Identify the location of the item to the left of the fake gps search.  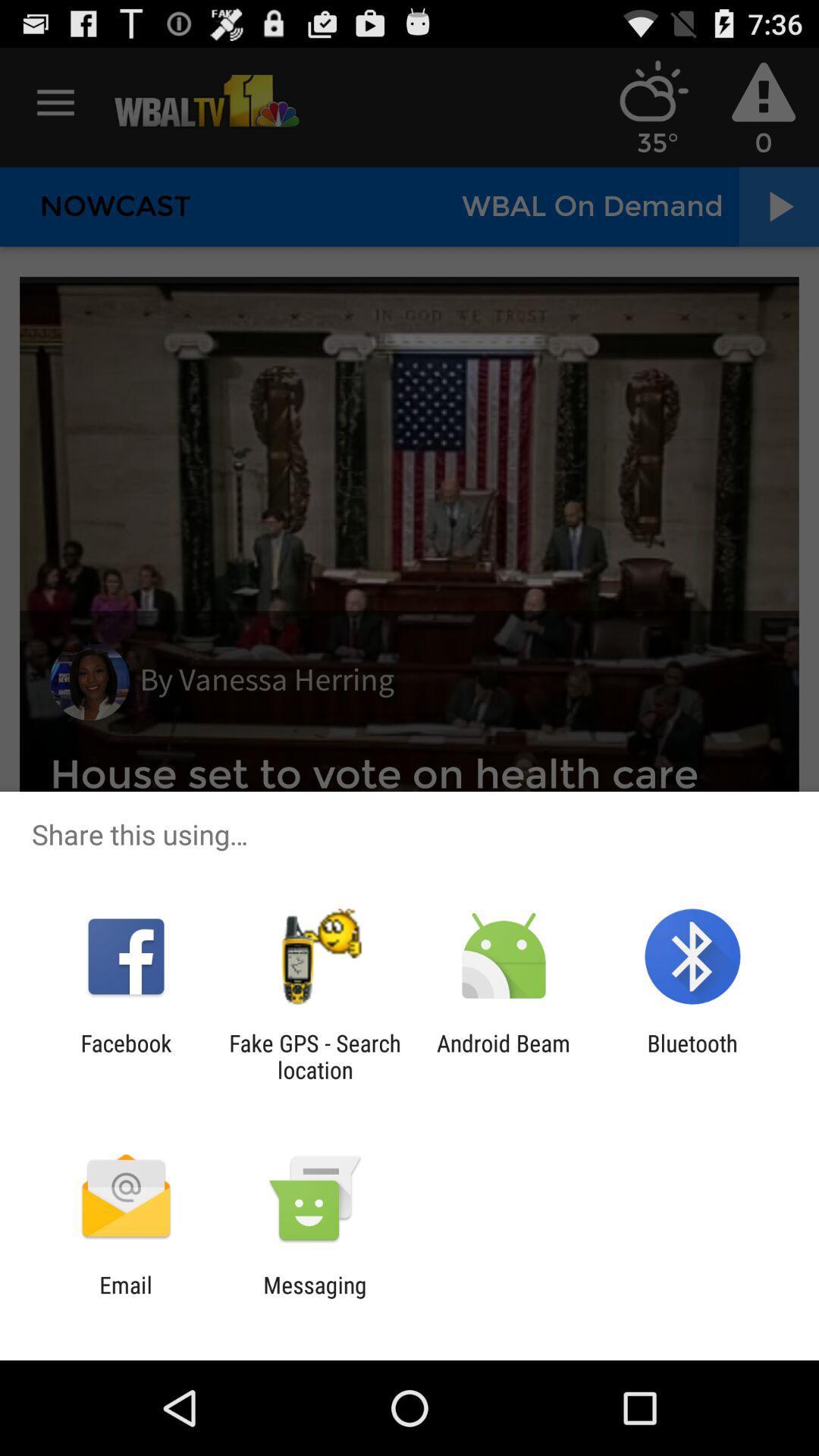
(125, 1056).